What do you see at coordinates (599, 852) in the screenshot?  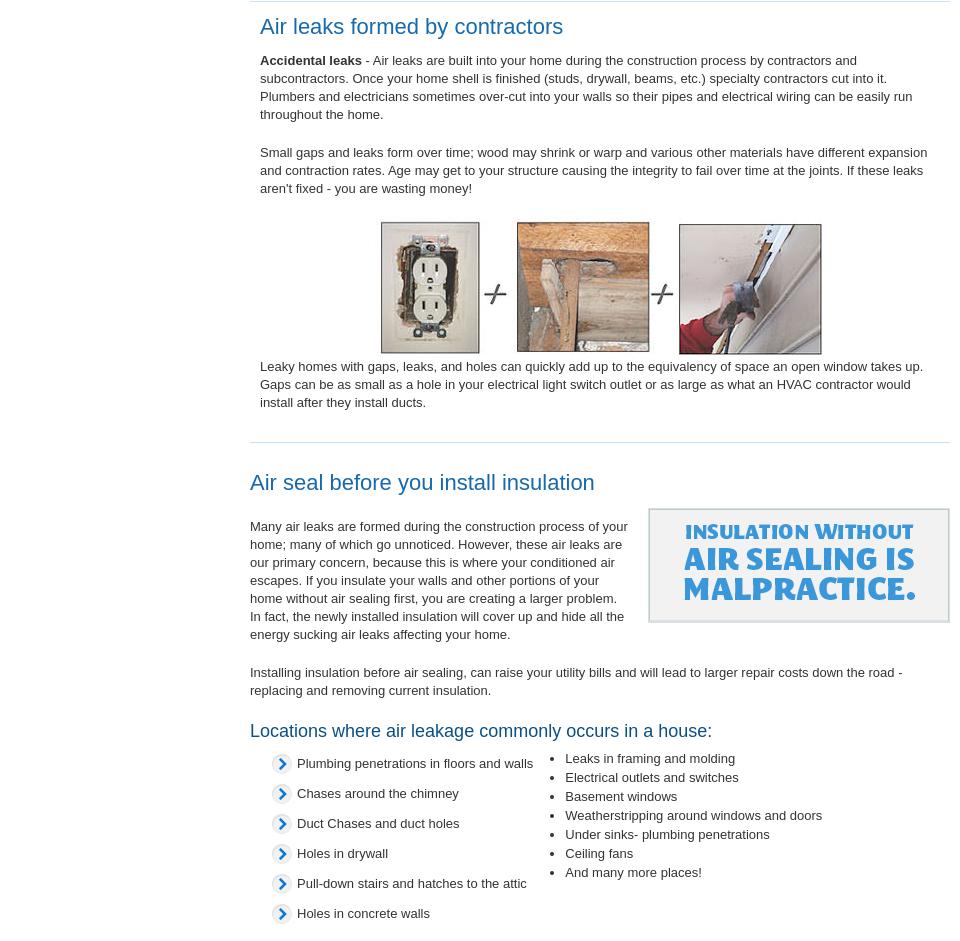 I see `'Ceiling fans'` at bounding box center [599, 852].